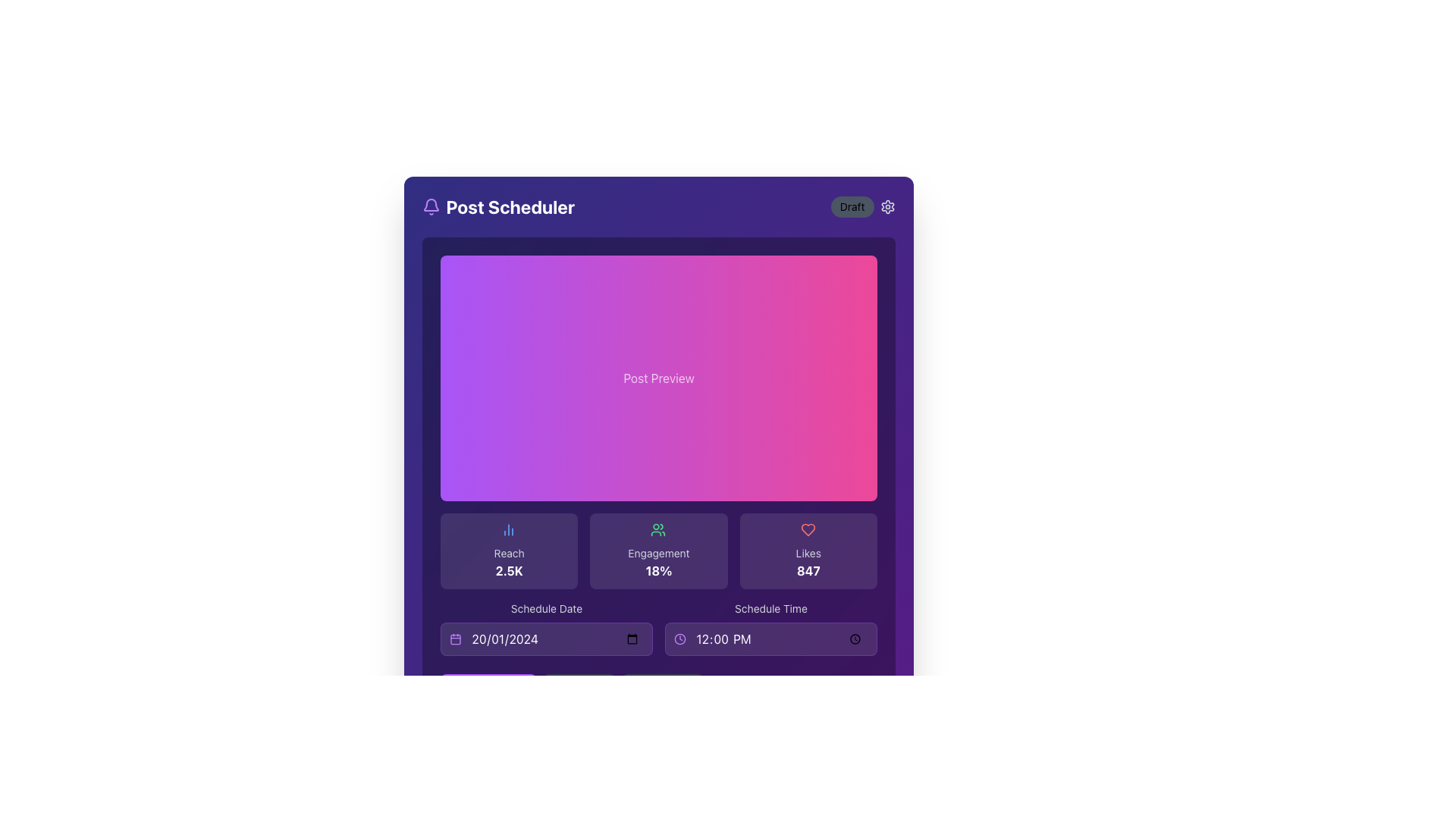 The width and height of the screenshot is (1456, 819). Describe the element at coordinates (658, 570) in the screenshot. I see `the displayed percentage '18%' which is bold white text on a purple background, located below a green icon and a label text 'Engagement'` at that location.